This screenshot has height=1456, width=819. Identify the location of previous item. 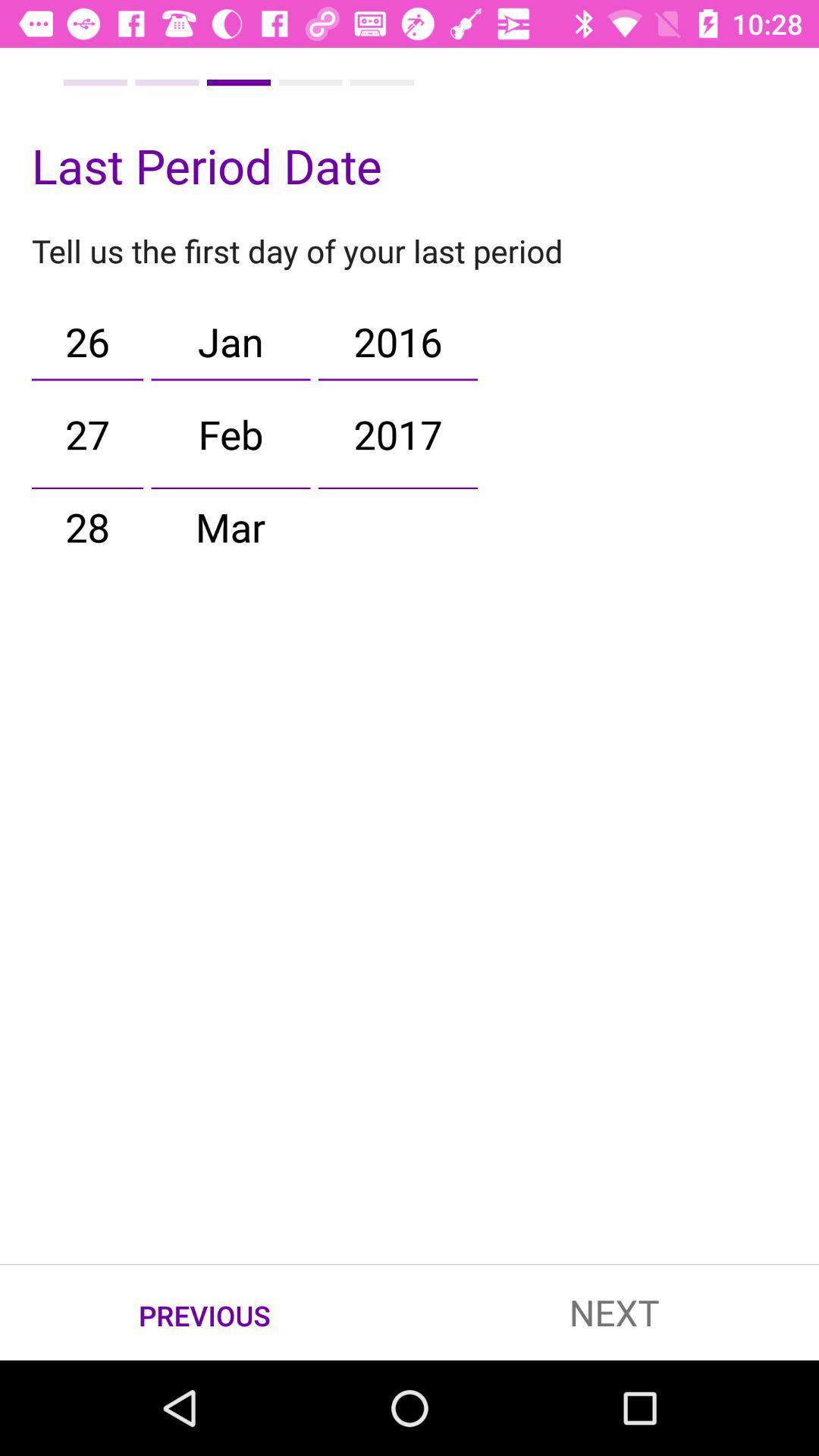
(205, 1313).